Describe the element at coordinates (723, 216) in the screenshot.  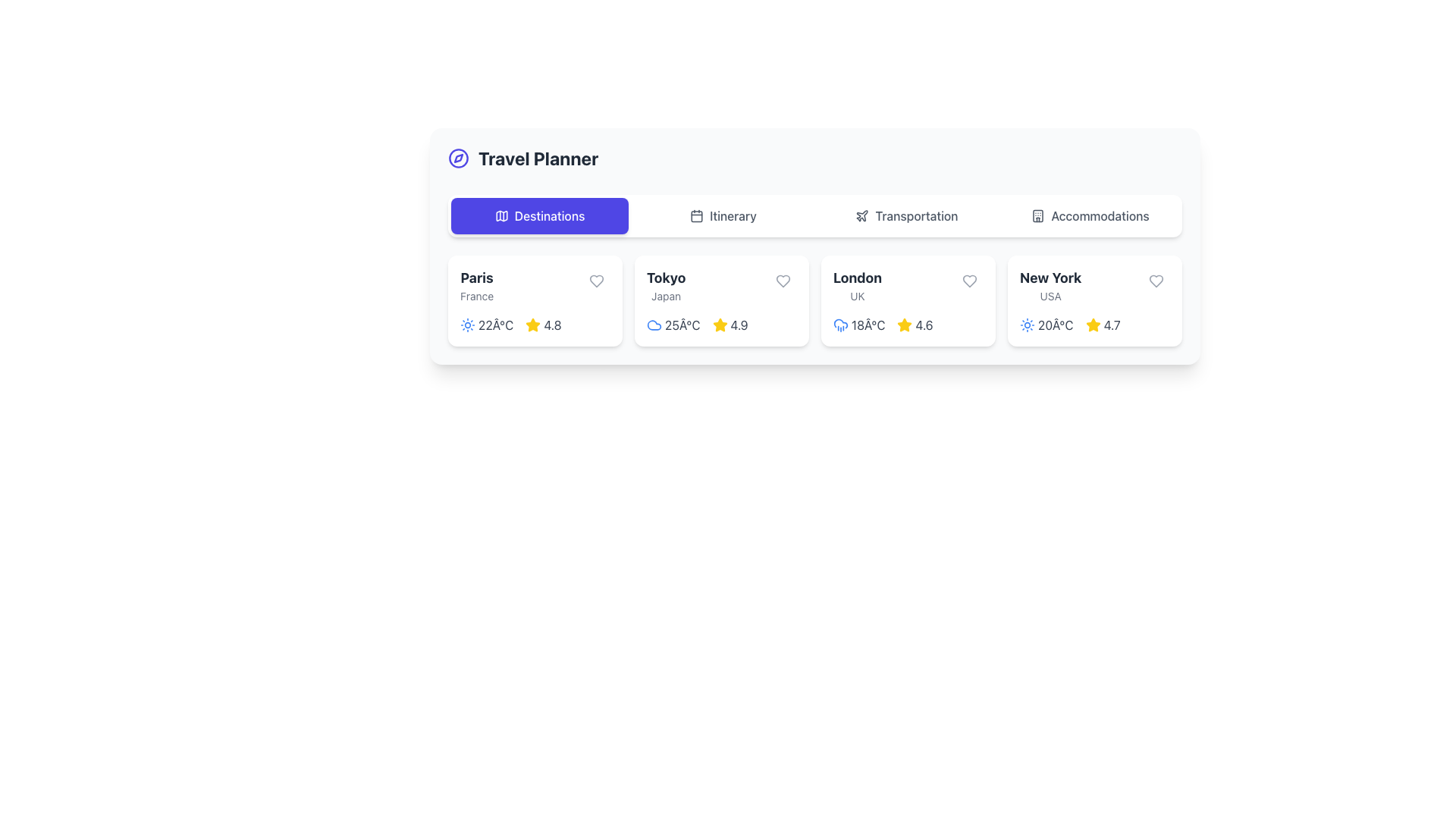
I see `the second button in the row of four buttons under the title 'Travel Planner'` at that location.